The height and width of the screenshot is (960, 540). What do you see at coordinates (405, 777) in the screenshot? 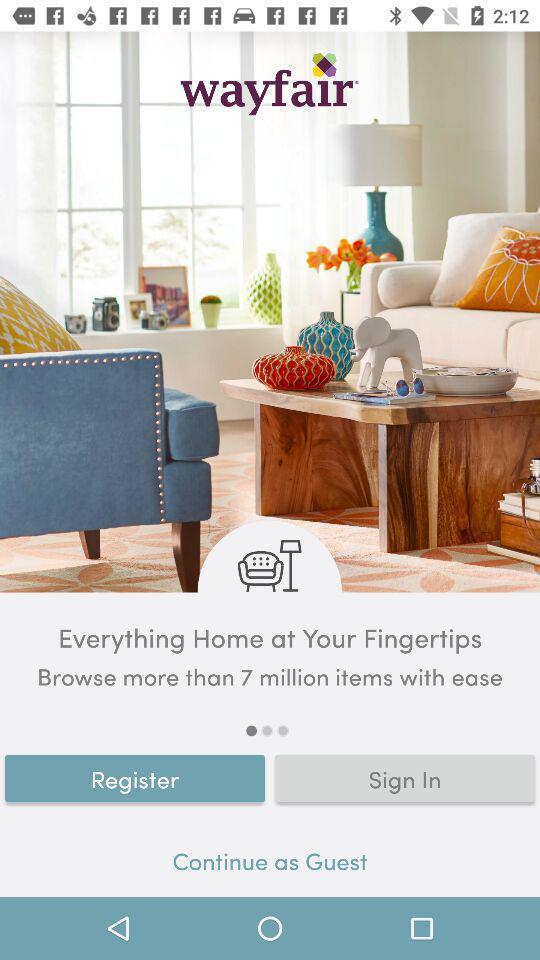
I see `item above continue as guest` at bounding box center [405, 777].